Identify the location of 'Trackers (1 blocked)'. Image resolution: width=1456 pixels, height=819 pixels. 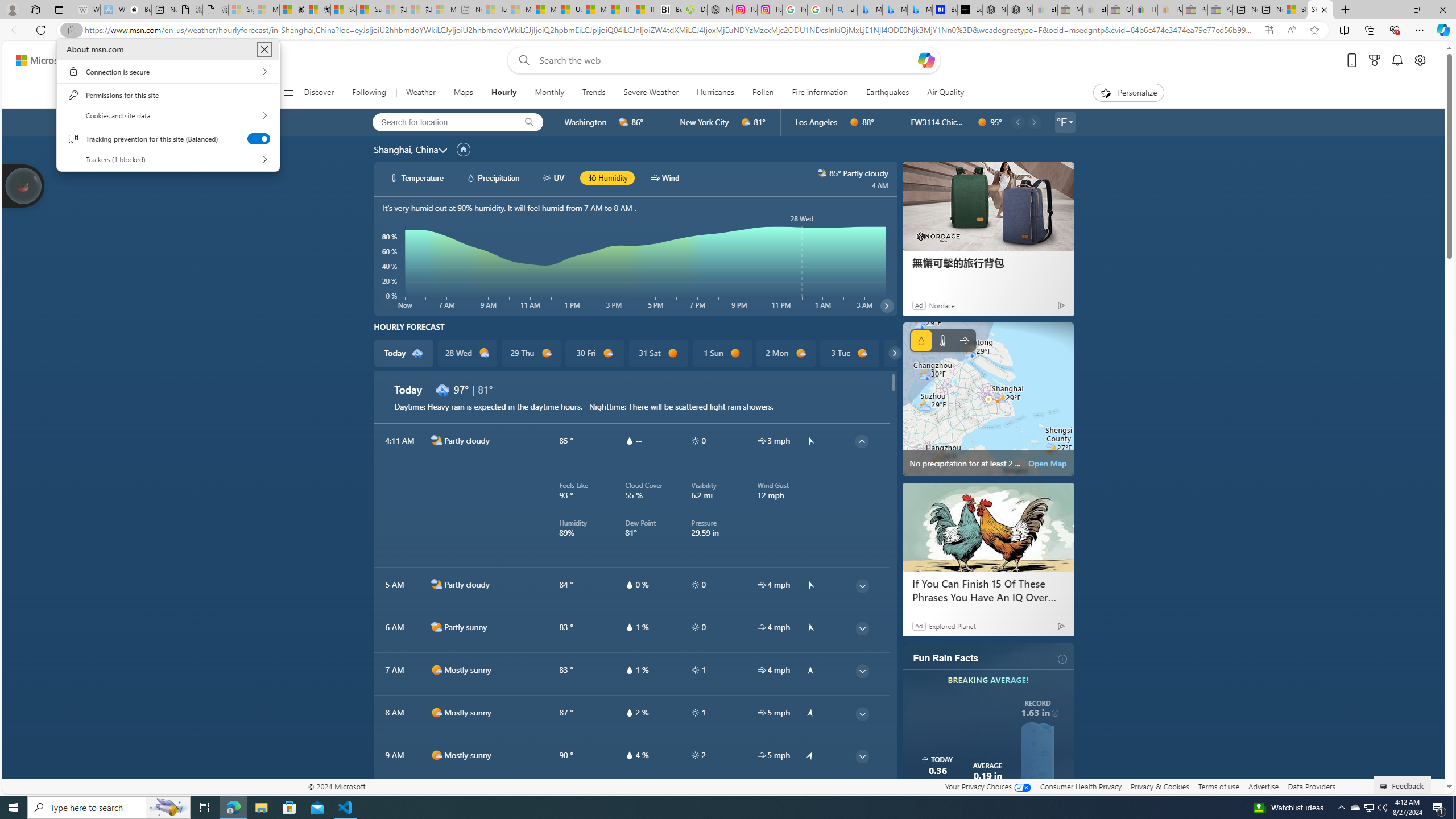
(167, 159).